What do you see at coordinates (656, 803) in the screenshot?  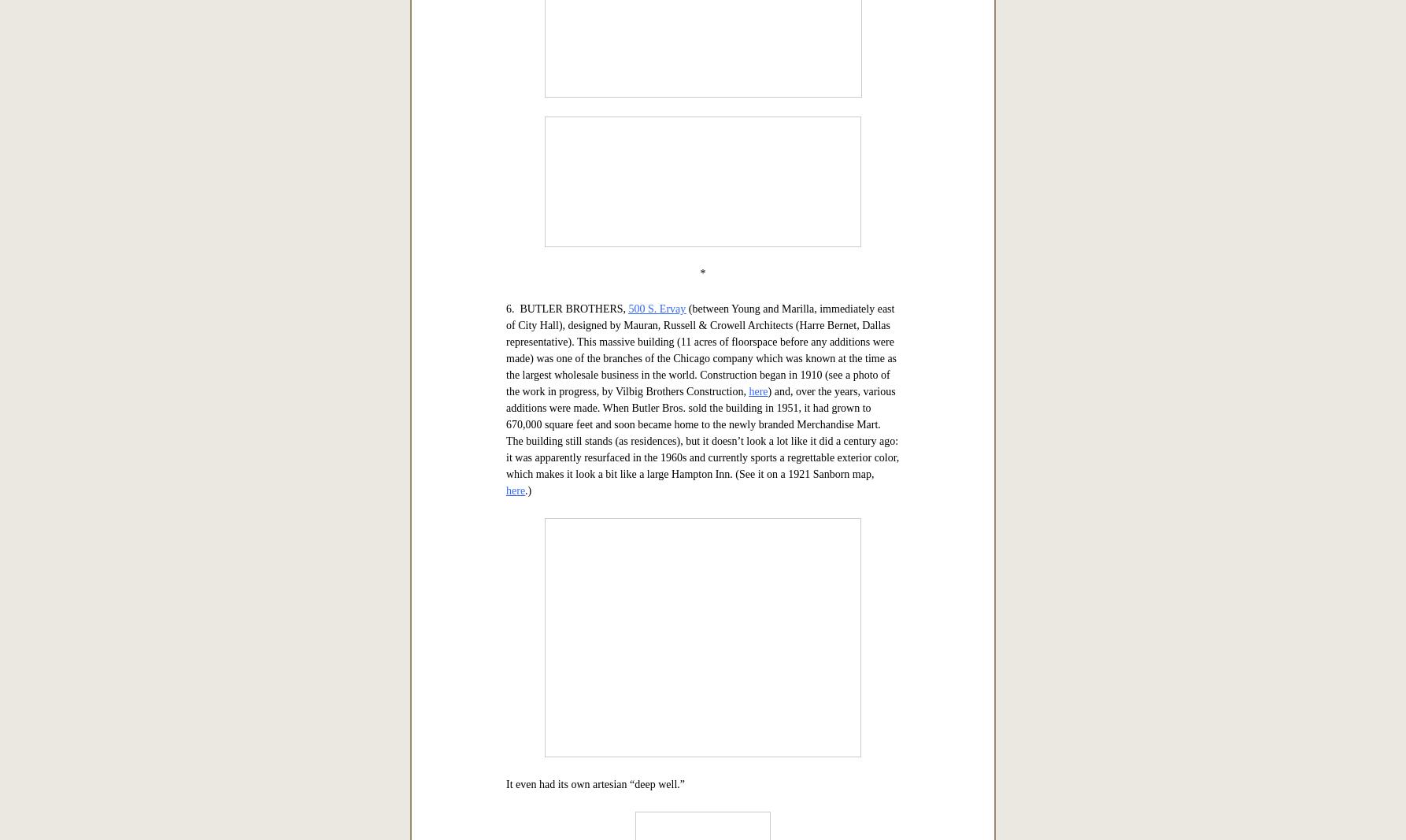 I see `'500 S. Ervay'` at bounding box center [656, 803].